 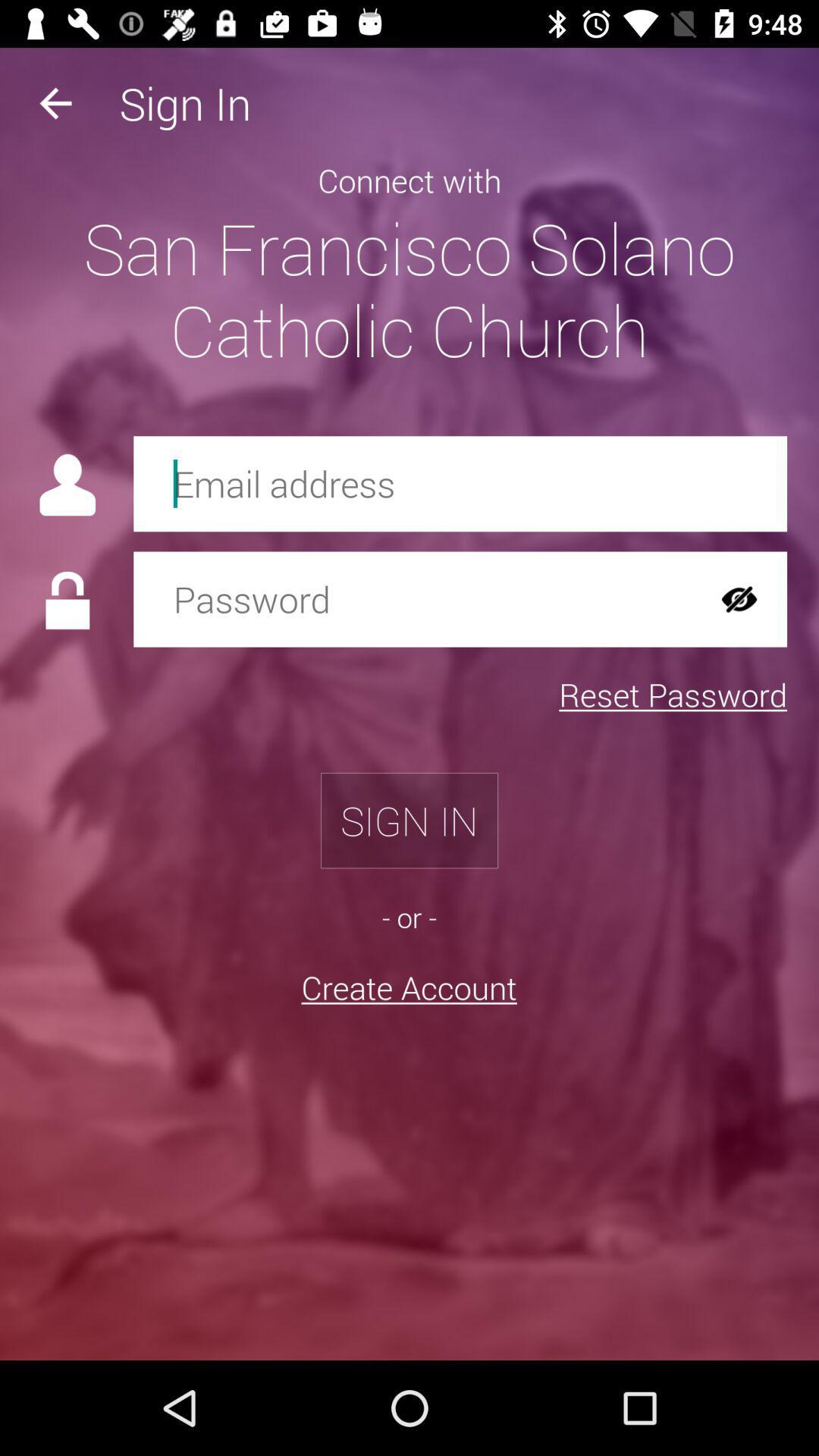 What do you see at coordinates (739, 598) in the screenshot?
I see `the visibility icon` at bounding box center [739, 598].